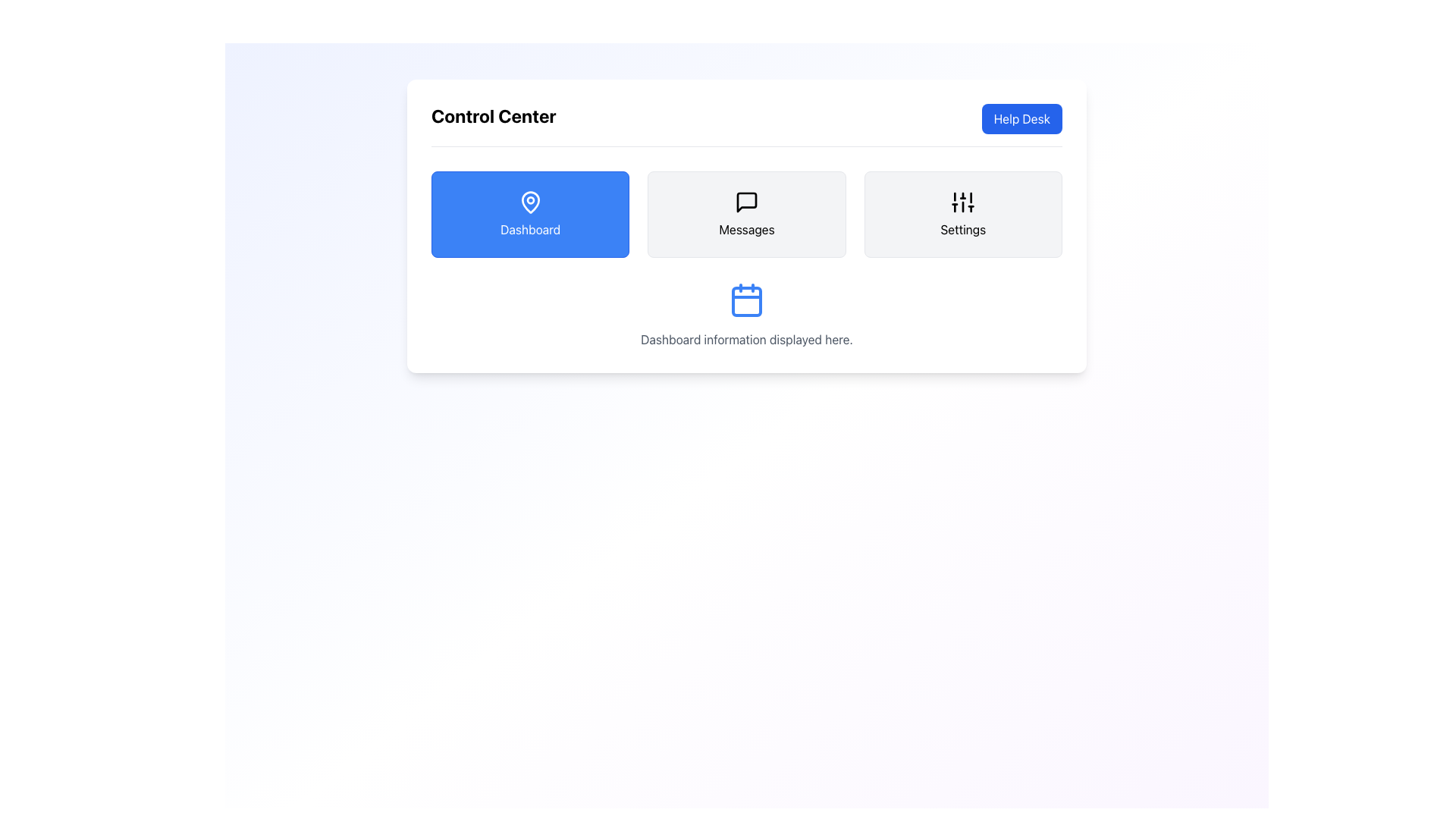 The width and height of the screenshot is (1456, 819). I want to click on the 'Dashboard' label which is the leftmost button under the 'Control Center' heading, so click(530, 230).